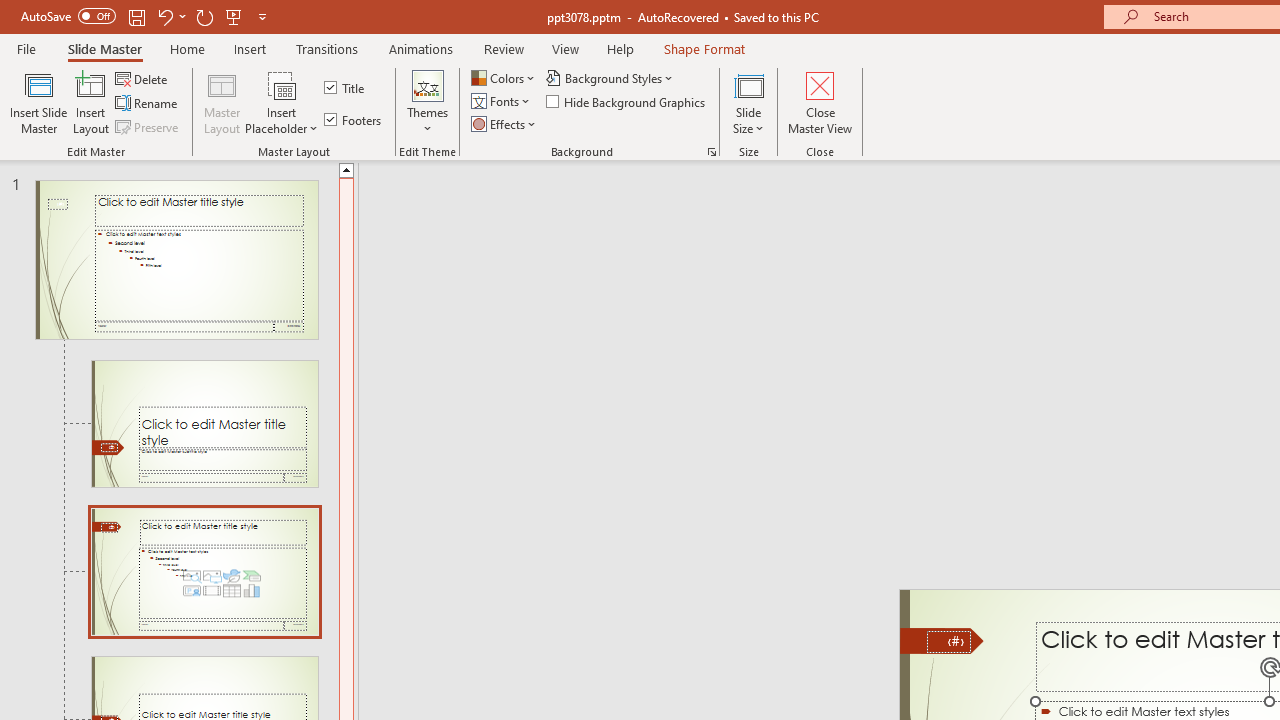  Describe the element at coordinates (281, 84) in the screenshot. I see `'Content'` at that location.